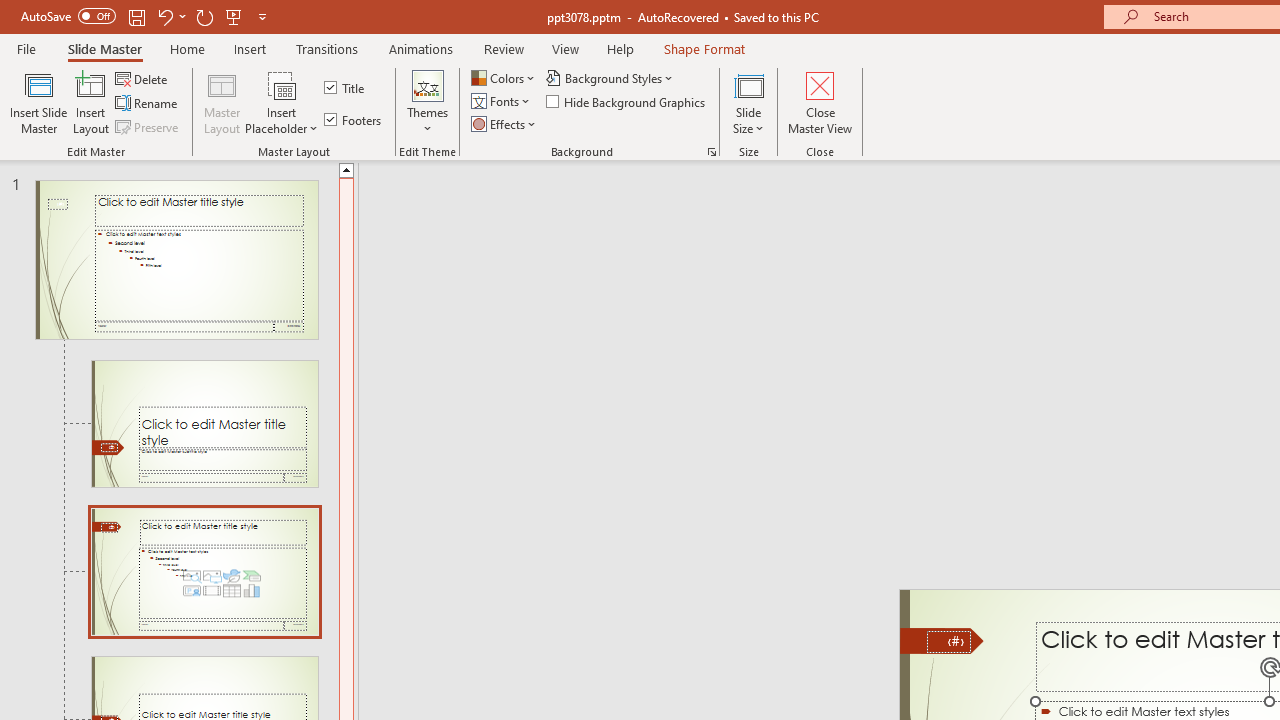  Describe the element at coordinates (281, 84) in the screenshot. I see `'Content'` at that location.